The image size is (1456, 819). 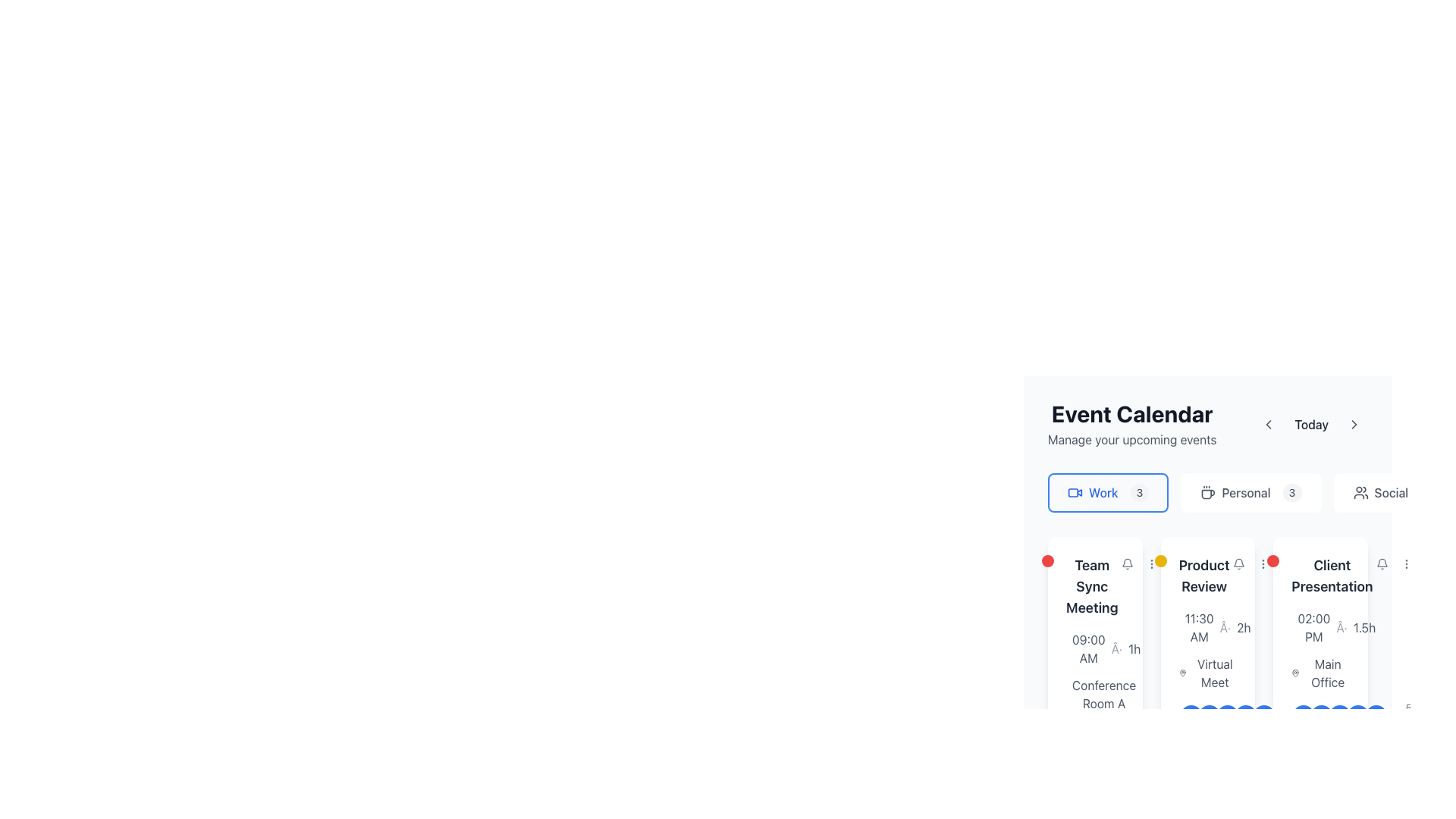 I want to click on the avatars in the visual indication element that shows participant details, located at the bottom-right section of the calendar interface beneath 'Product Review', so click(x=1236, y=716).